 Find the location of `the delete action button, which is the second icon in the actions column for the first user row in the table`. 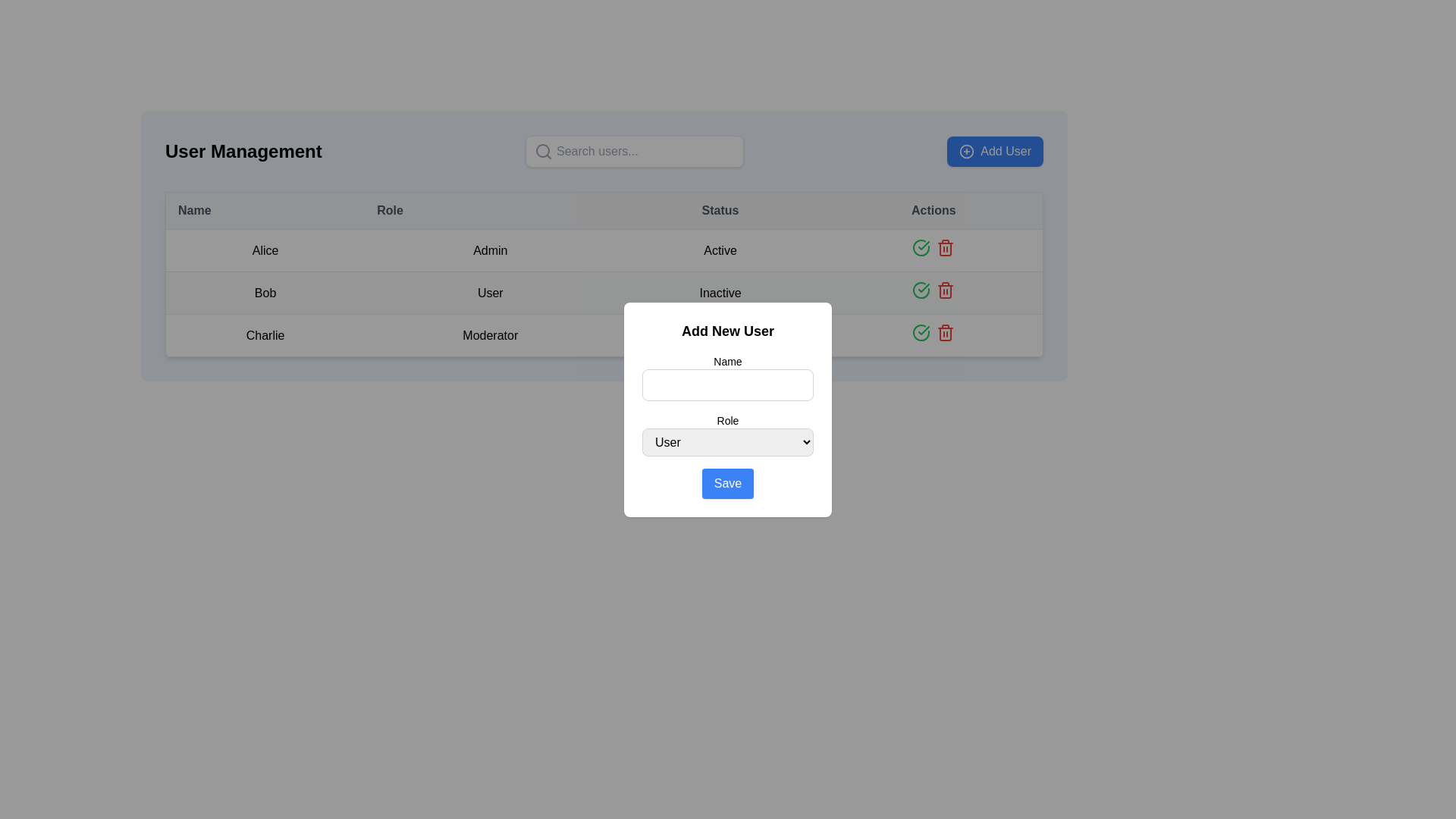

the delete action button, which is the second icon in the actions column for the first user row in the table is located at coordinates (945, 247).